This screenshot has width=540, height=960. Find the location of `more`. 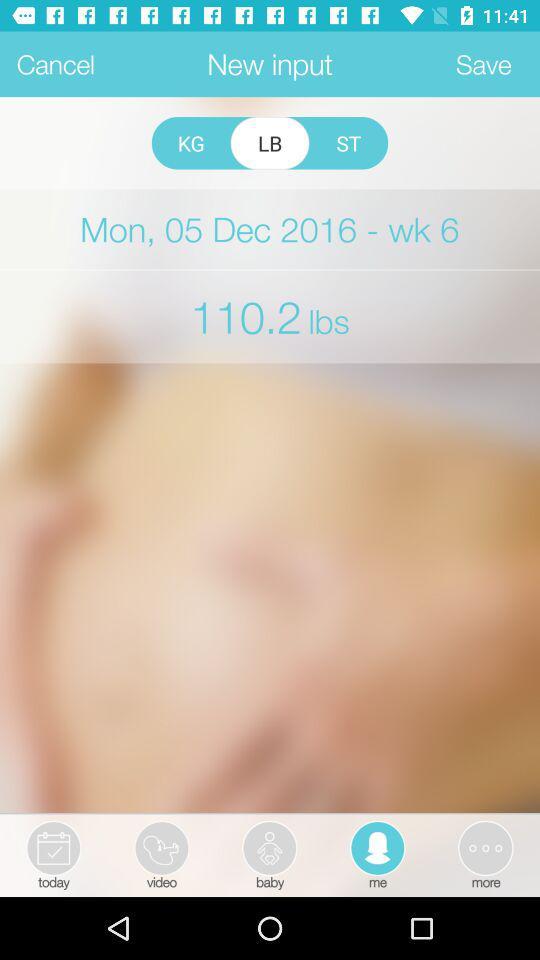

more is located at coordinates (483, 853).